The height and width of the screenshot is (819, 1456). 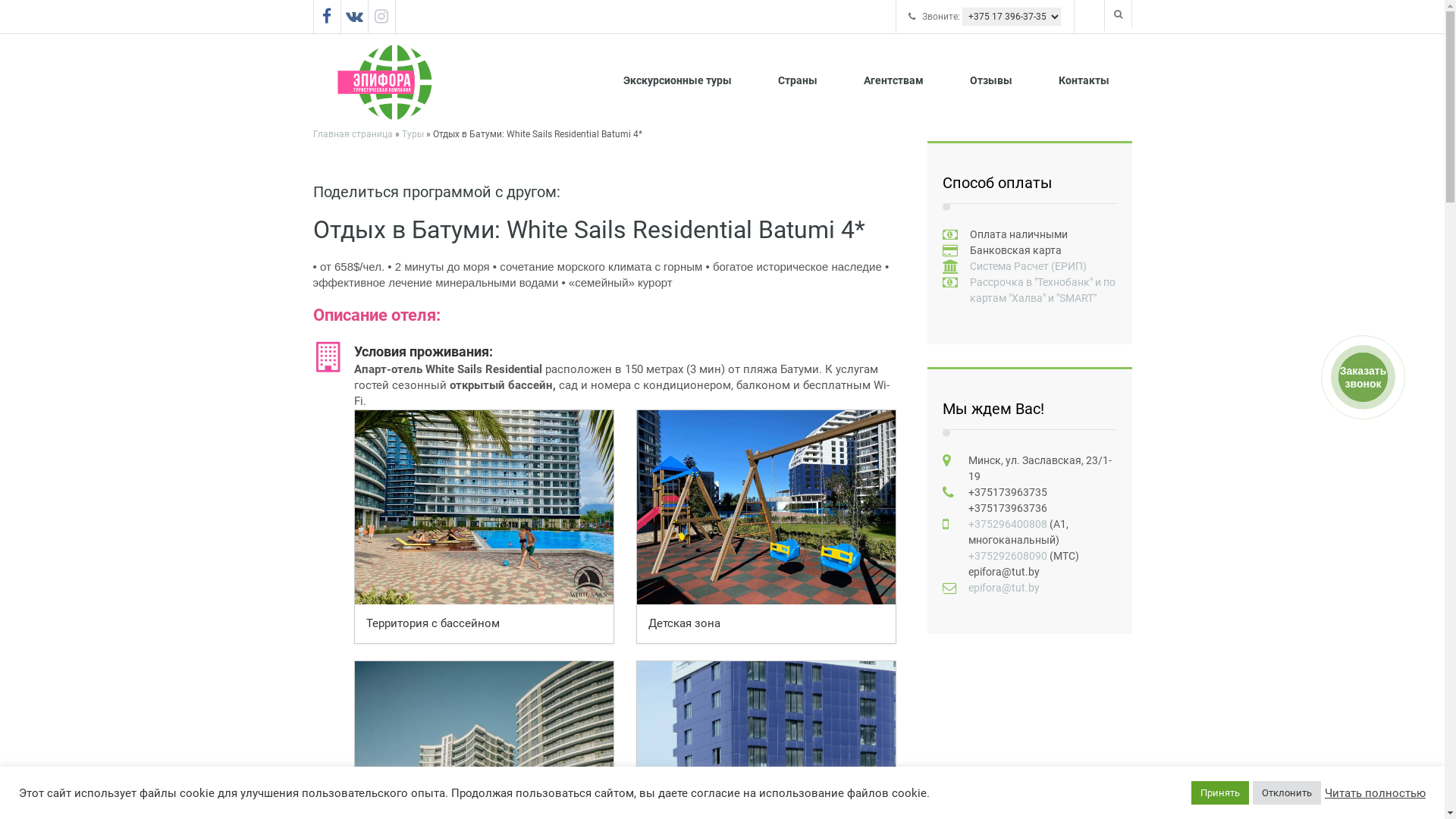 I want to click on '+375296400808', so click(x=967, y=522).